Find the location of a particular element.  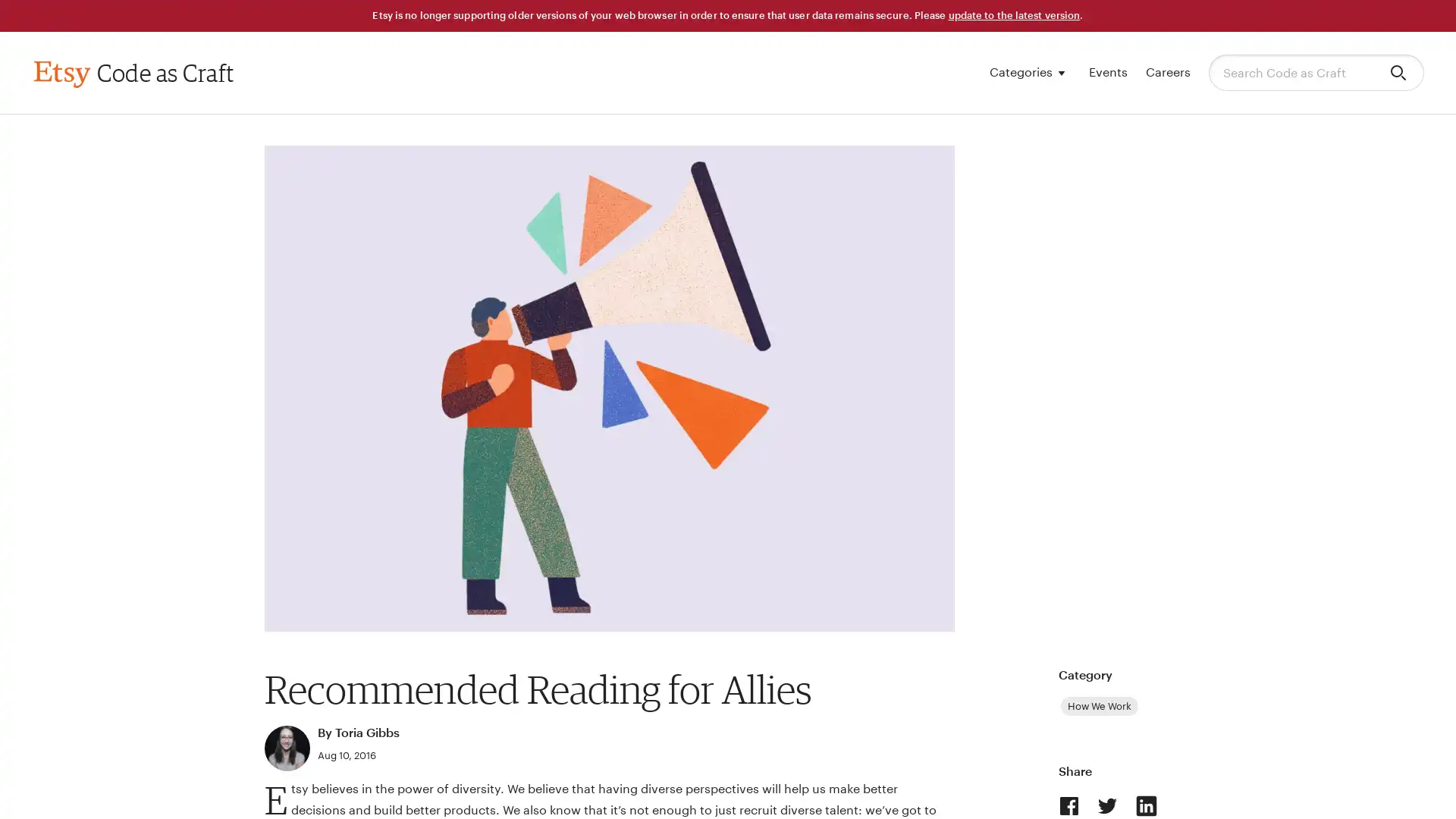

Search is located at coordinates (1400, 73).